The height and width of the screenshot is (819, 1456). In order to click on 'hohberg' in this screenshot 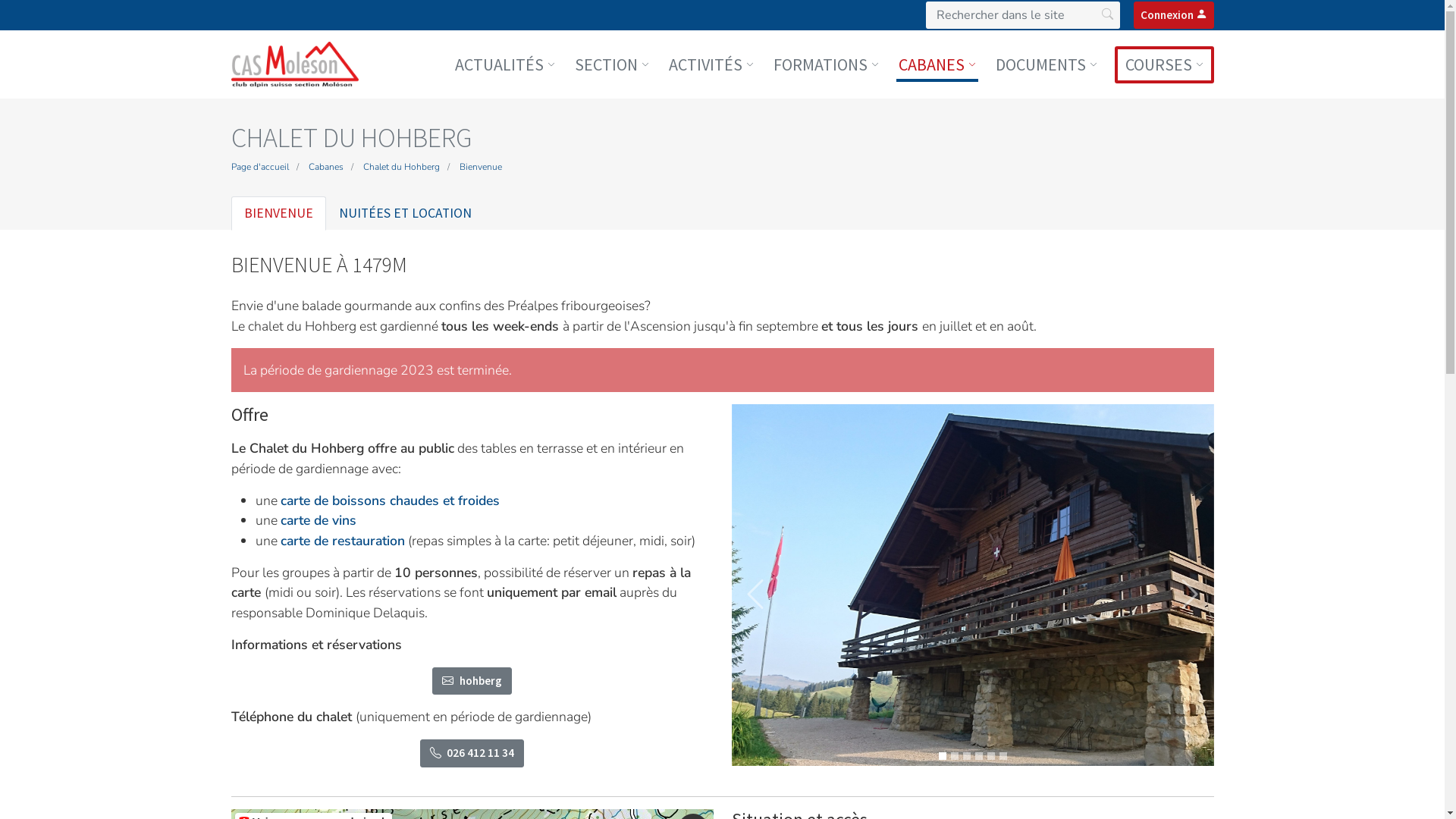, I will do `click(471, 680)`.